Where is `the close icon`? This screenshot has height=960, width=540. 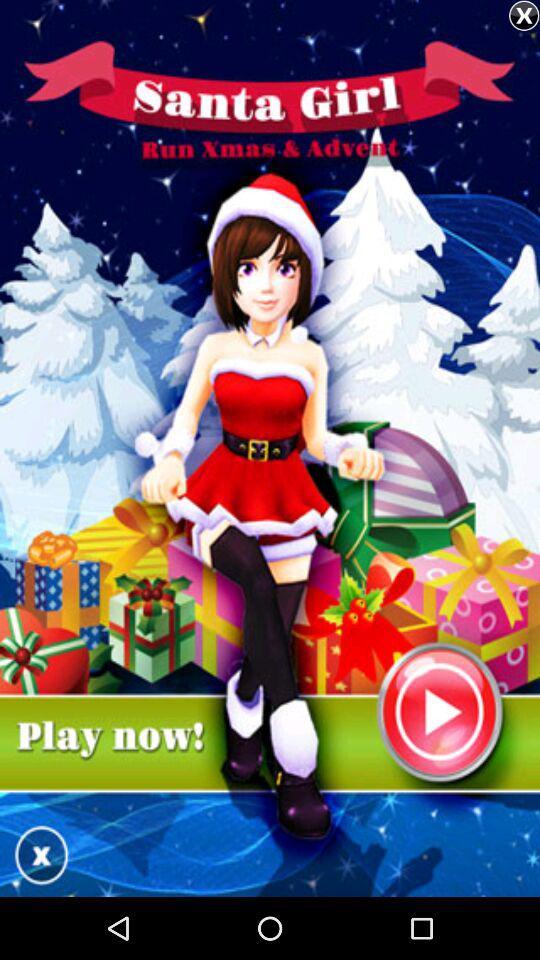 the close icon is located at coordinates (524, 15).